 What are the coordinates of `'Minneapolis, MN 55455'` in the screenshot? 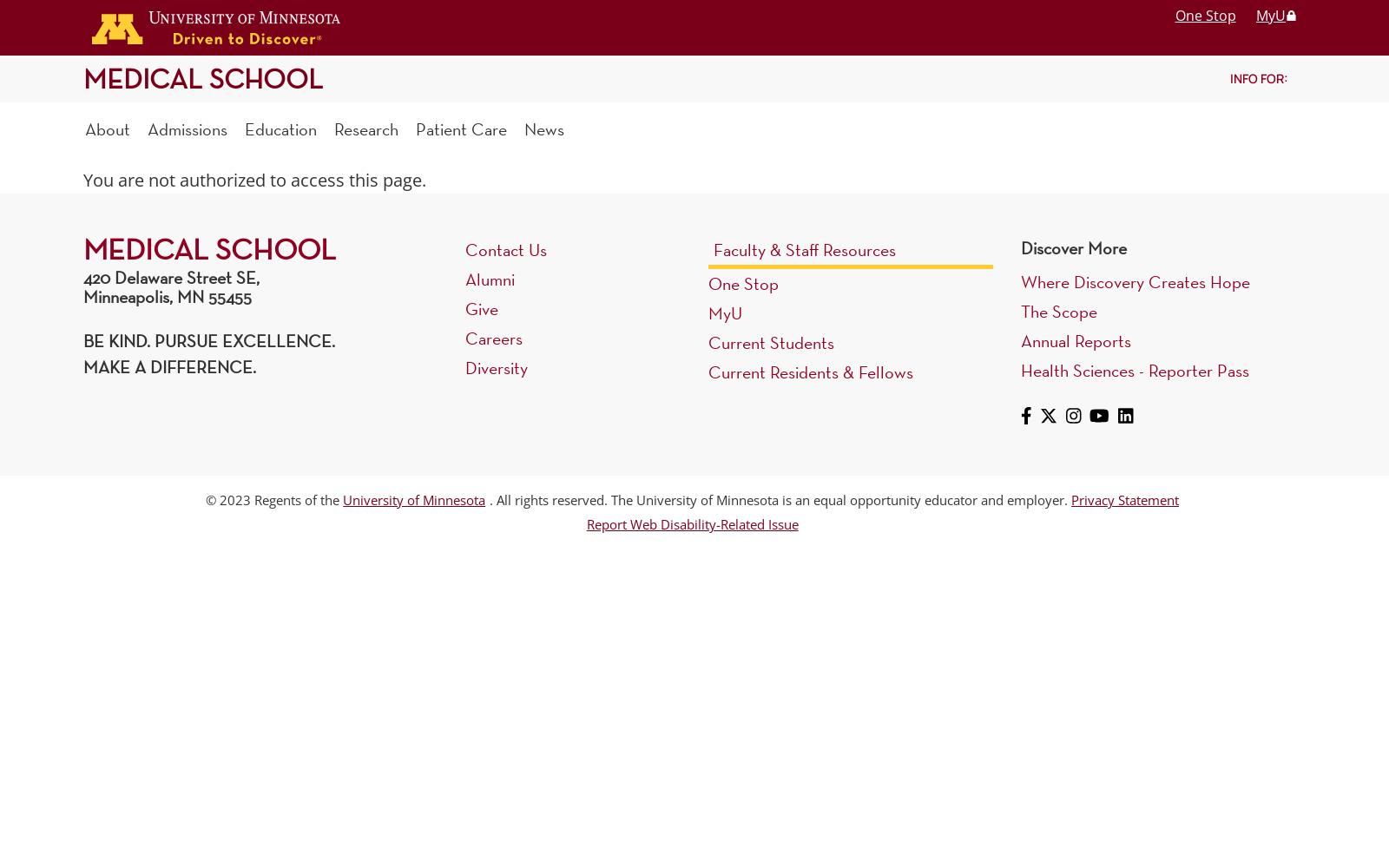 It's located at (166, 296).